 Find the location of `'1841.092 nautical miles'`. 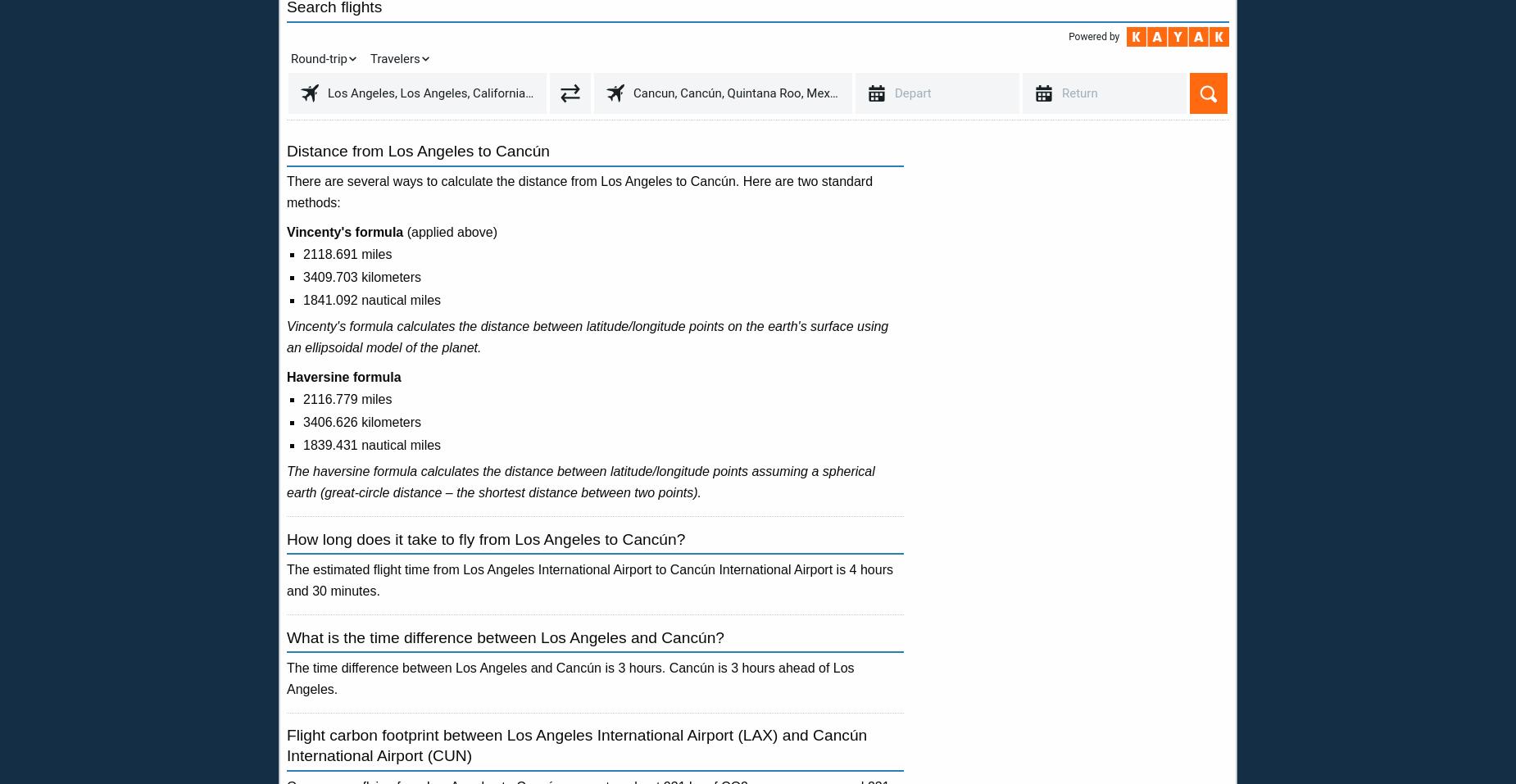

'1841.092 nautical miles' is located at coordinates (370, 300).